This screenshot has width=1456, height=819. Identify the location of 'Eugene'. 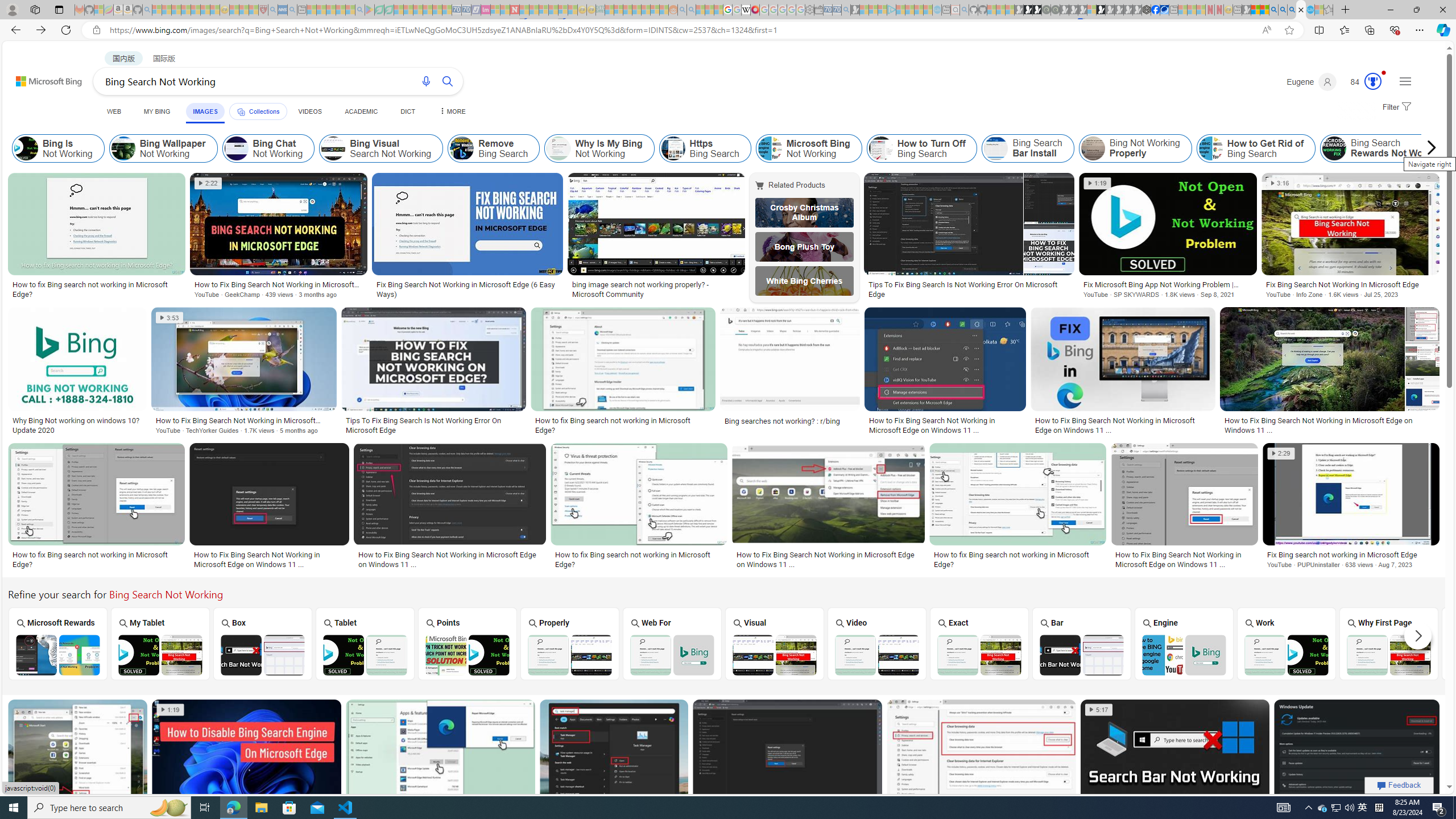
(1312, 81).